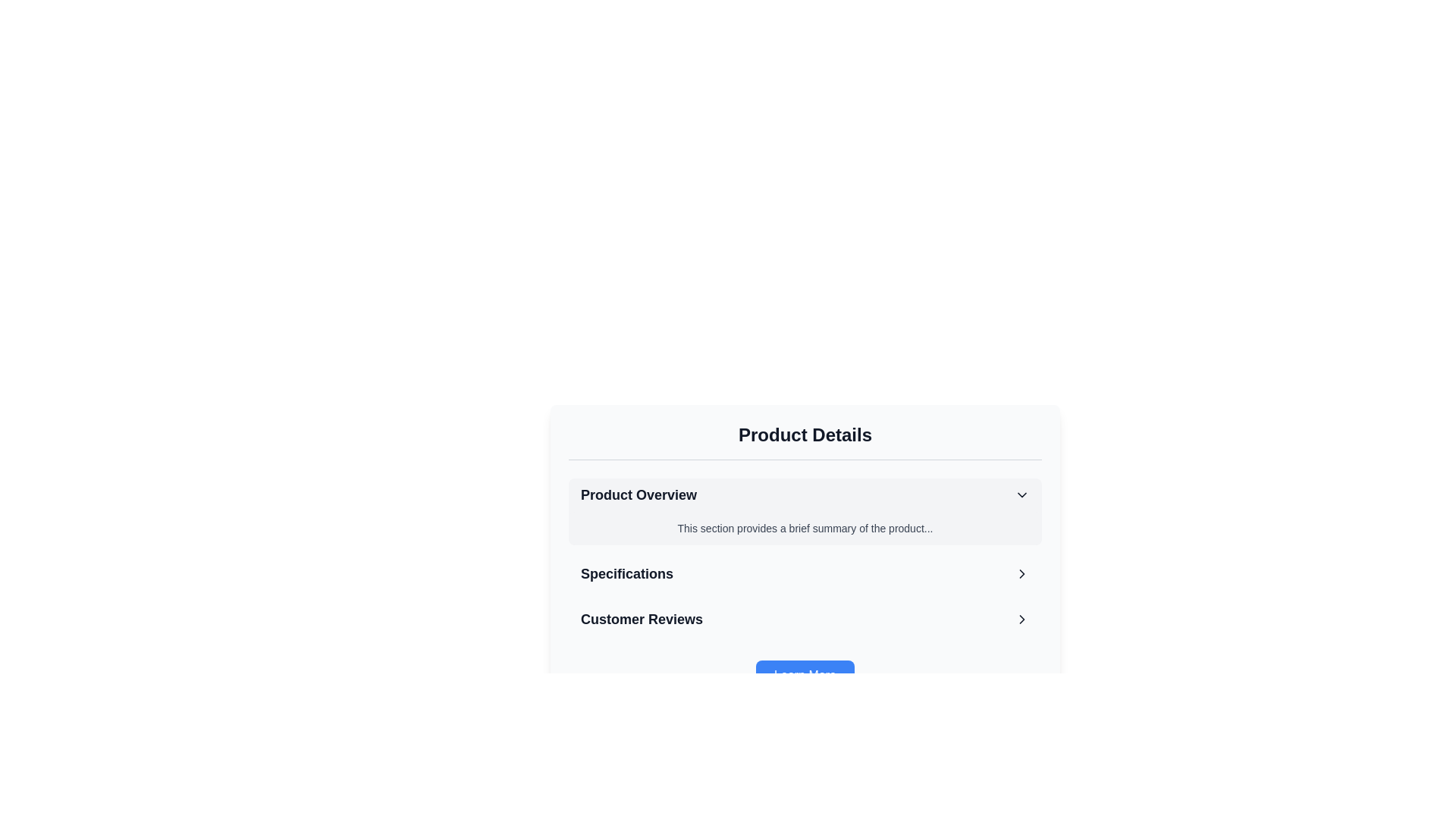 Image resolution: width=1456 pixels, height=819 pixels. I want to click on the right-facing chevron icon in the 'Customer Reviews' section to trigger a tooltip or style change, so click(1022, 620).